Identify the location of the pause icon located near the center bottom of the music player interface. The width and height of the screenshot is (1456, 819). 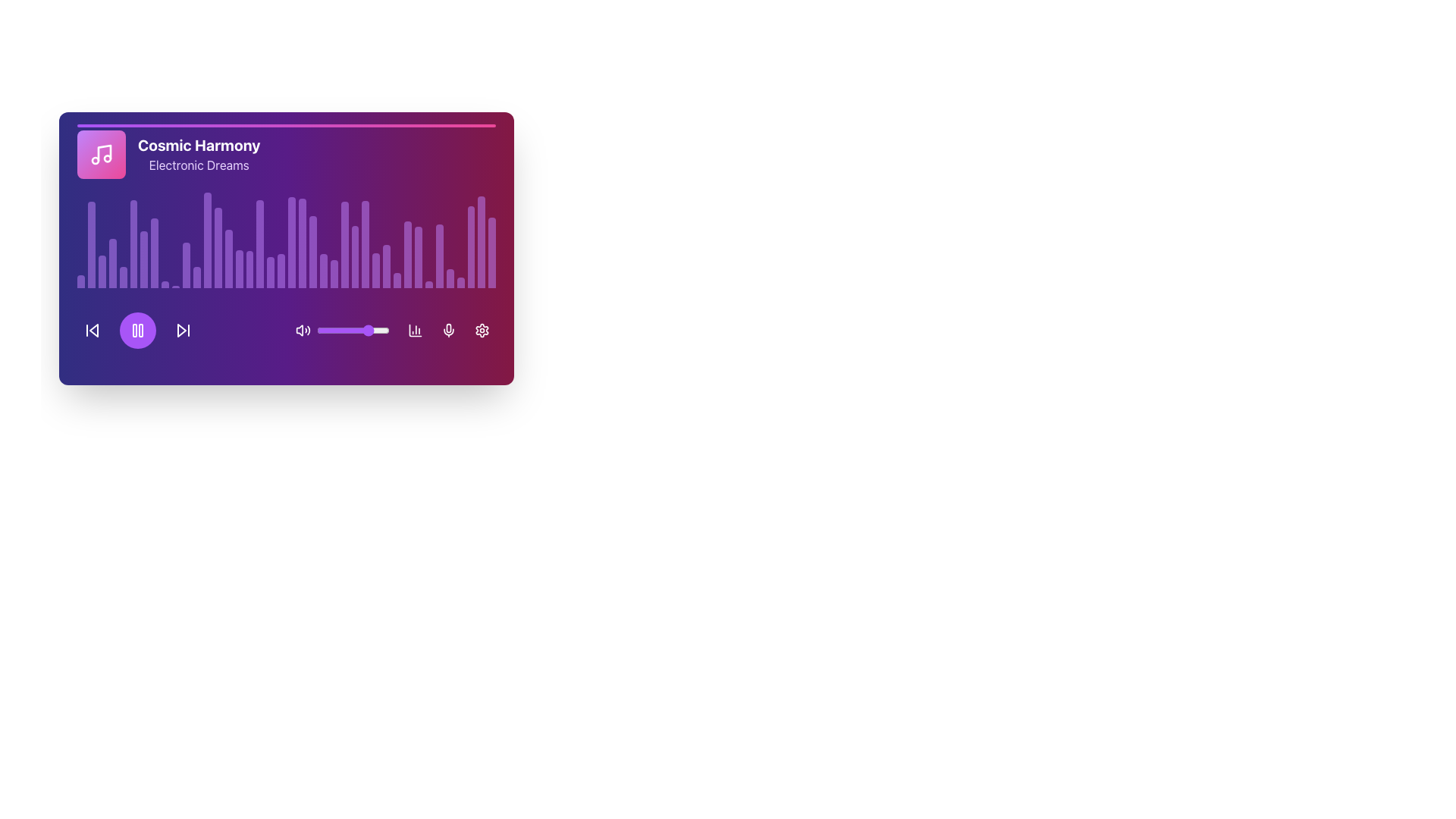
(138, 329).